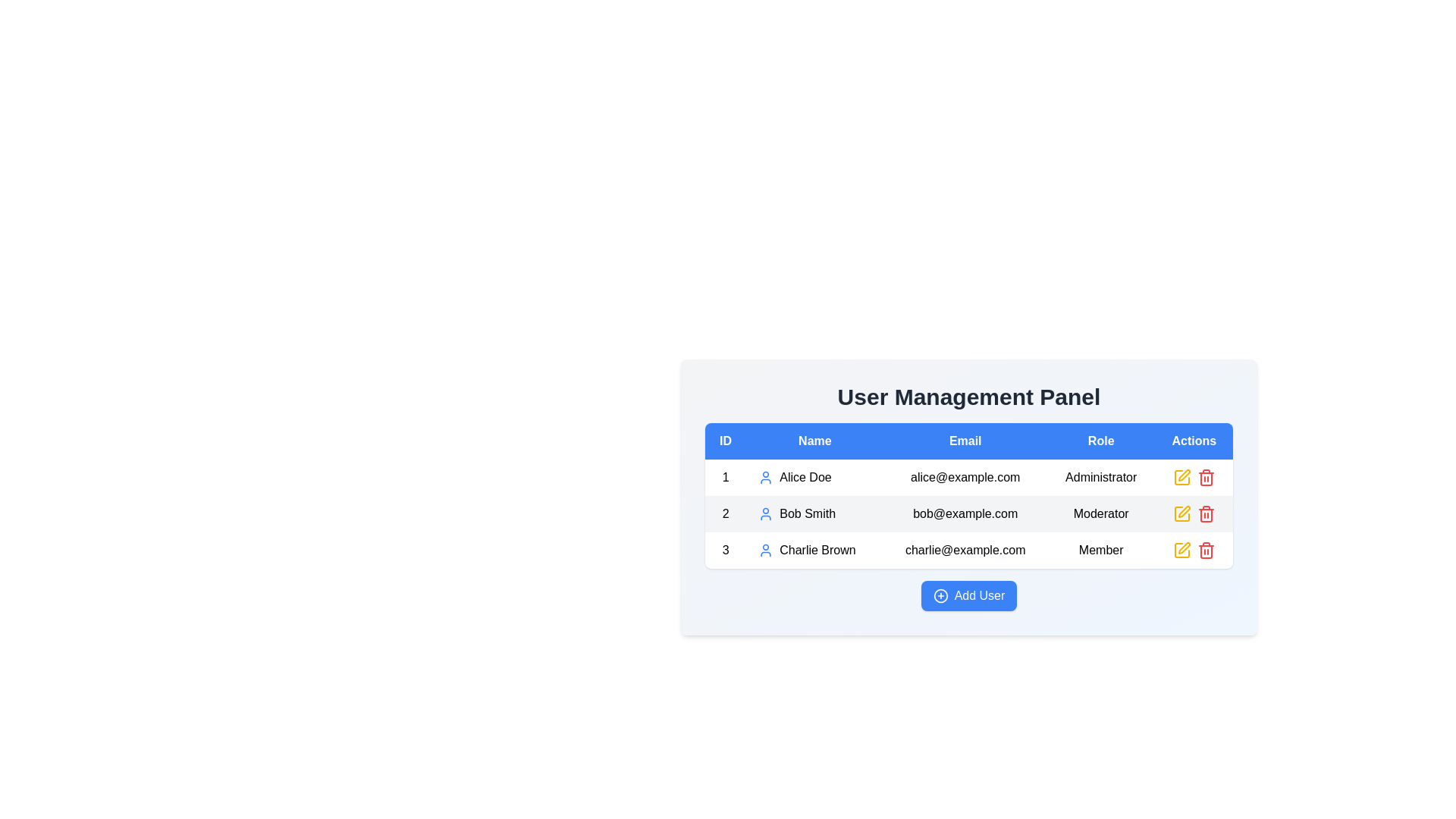  I want to click on the second row of the table that displays user data, which is located immediately below the header row, for further actions, so click(968, 513).